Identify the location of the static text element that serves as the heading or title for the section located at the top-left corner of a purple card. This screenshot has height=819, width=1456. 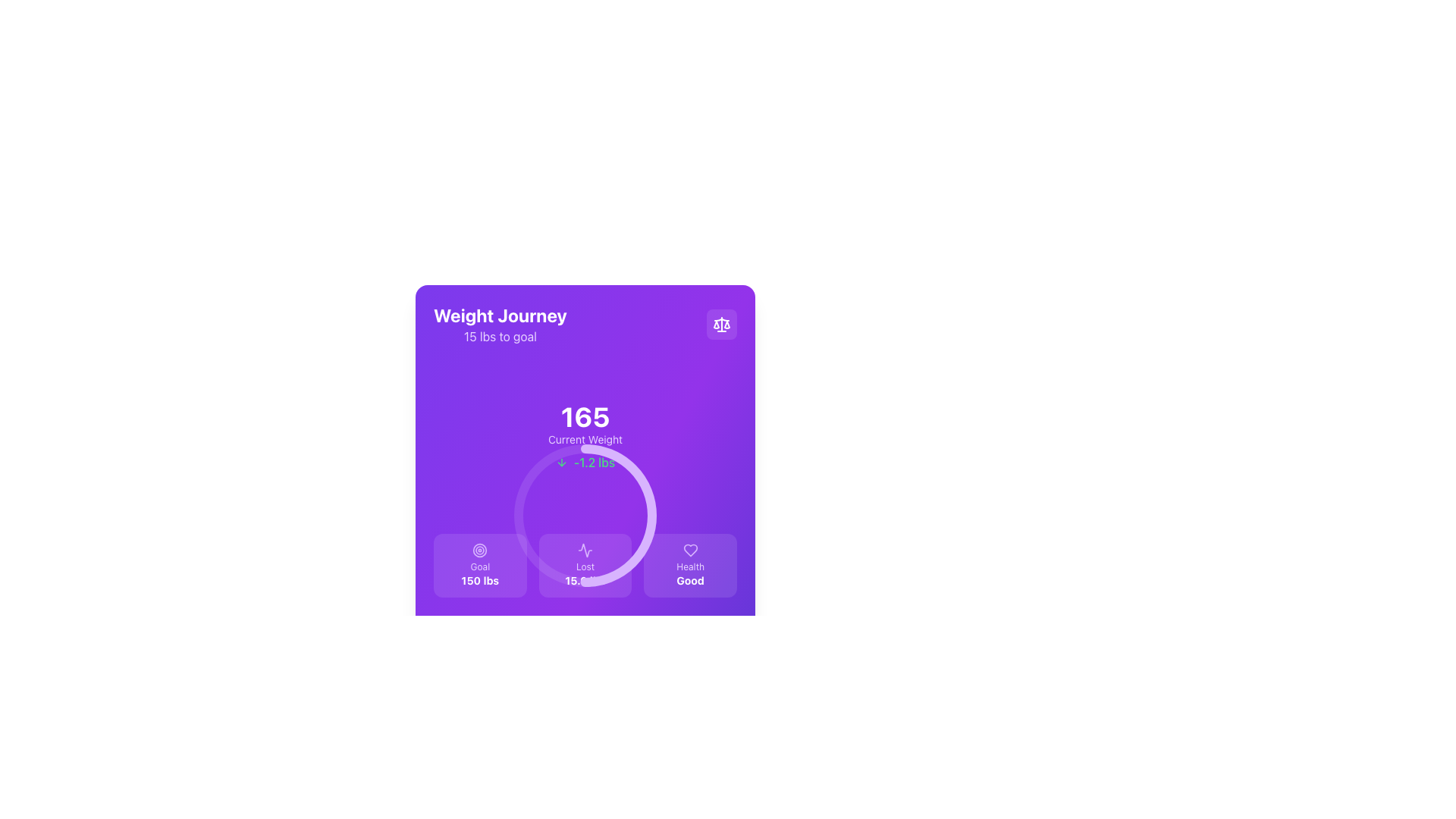
(500, 315).